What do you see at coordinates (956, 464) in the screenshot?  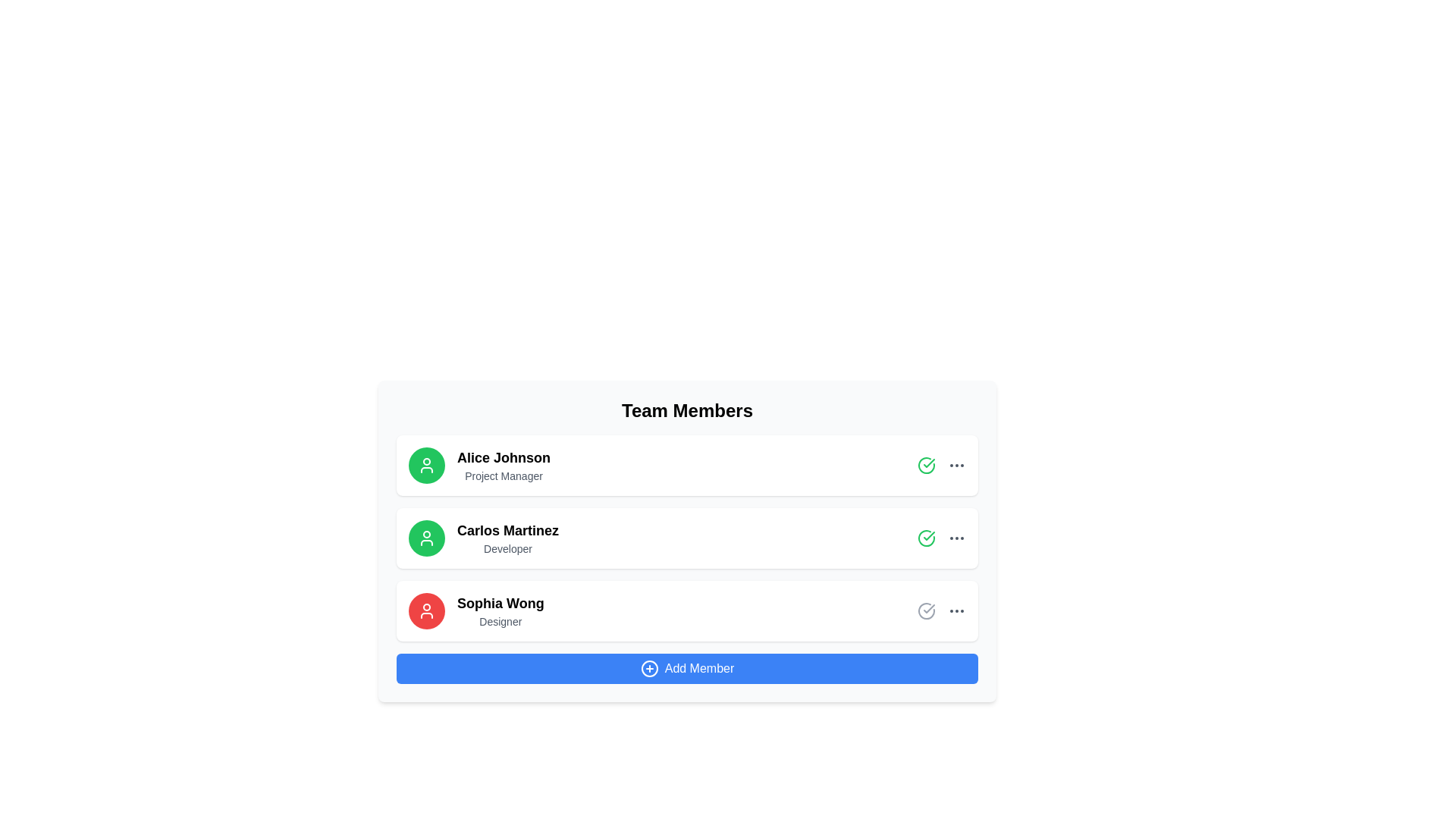 I see `the ellipsis button located on the right-hand side of 'Alice Johnson - Project Manager'` at bounding box center [956, 464].